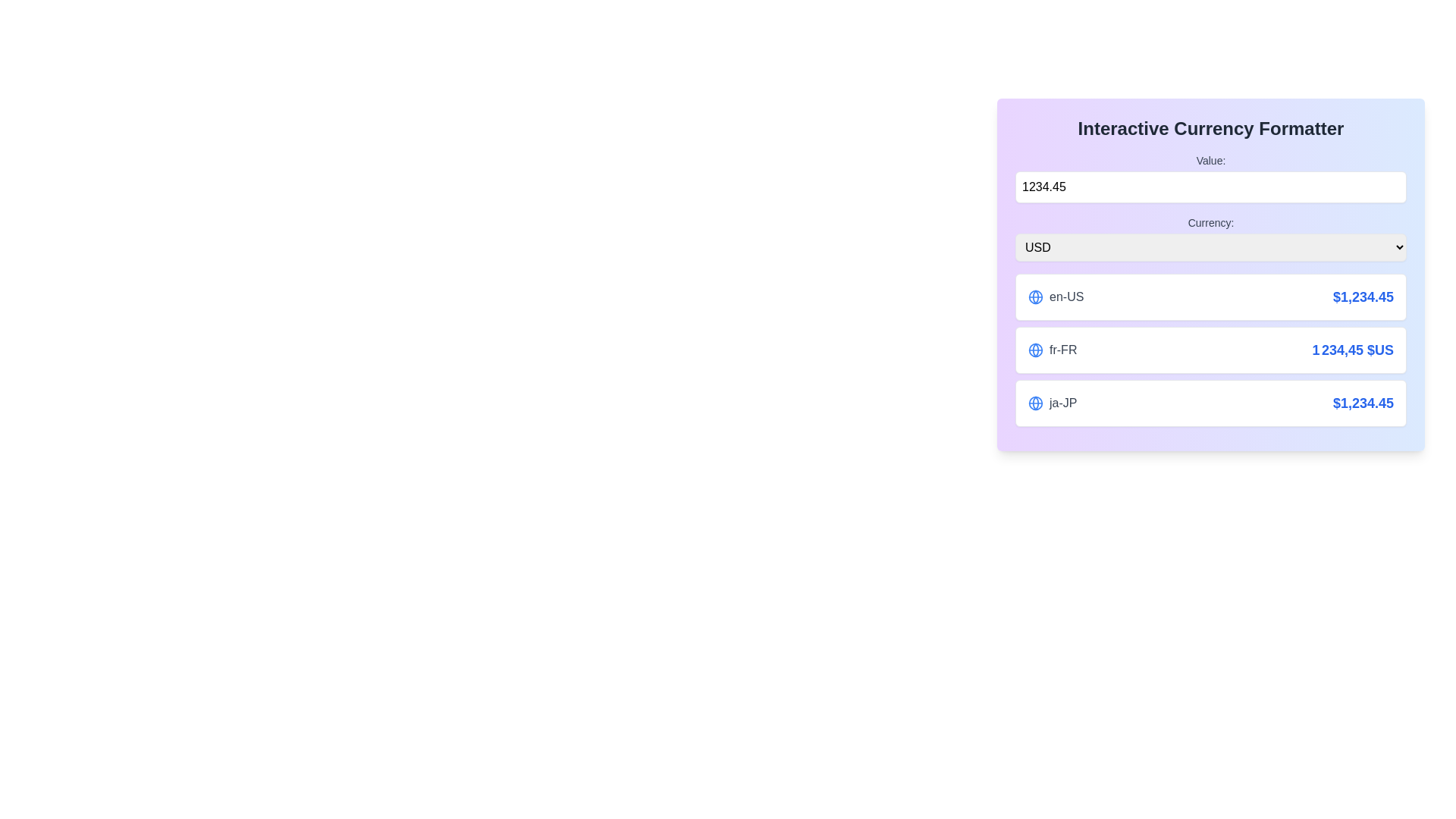  Describe the element at coordinates (1051, 403) in the screenshot. I see `the globe icon next` at that location.